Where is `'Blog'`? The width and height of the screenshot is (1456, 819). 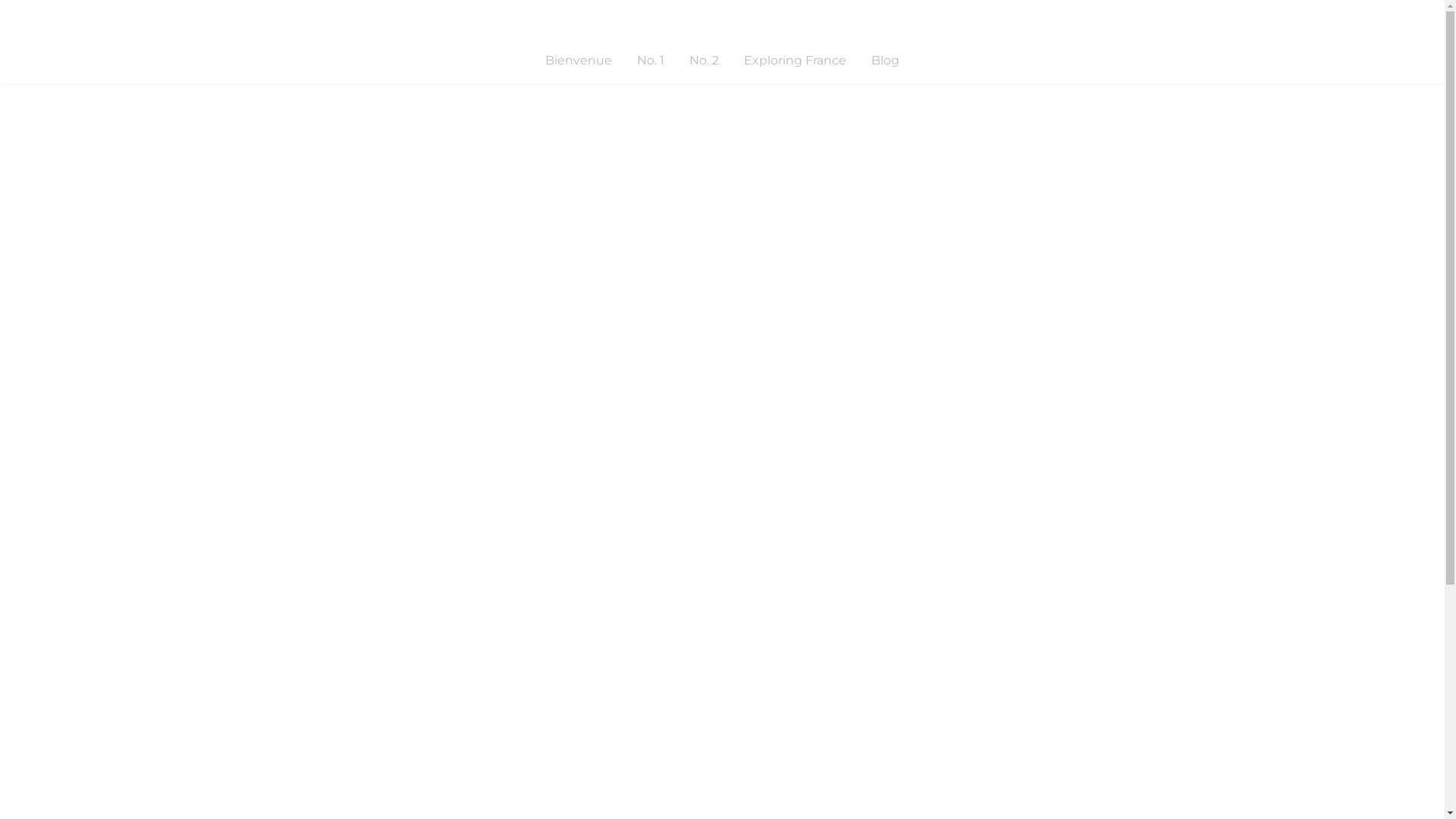 'Blog' is located at coordinates (885, 60).